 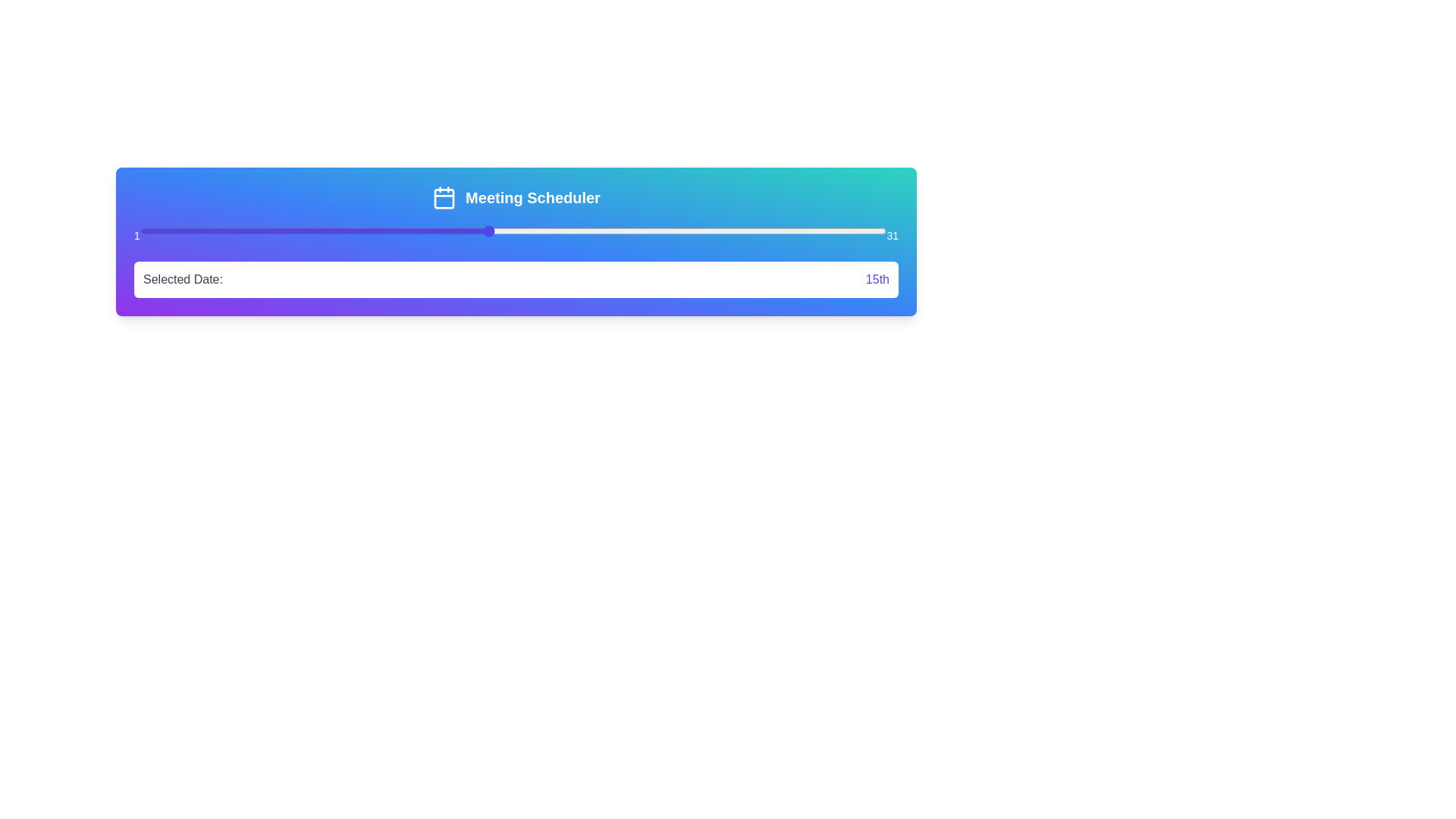 I want to click on the slider, so click(x=189, y=231).